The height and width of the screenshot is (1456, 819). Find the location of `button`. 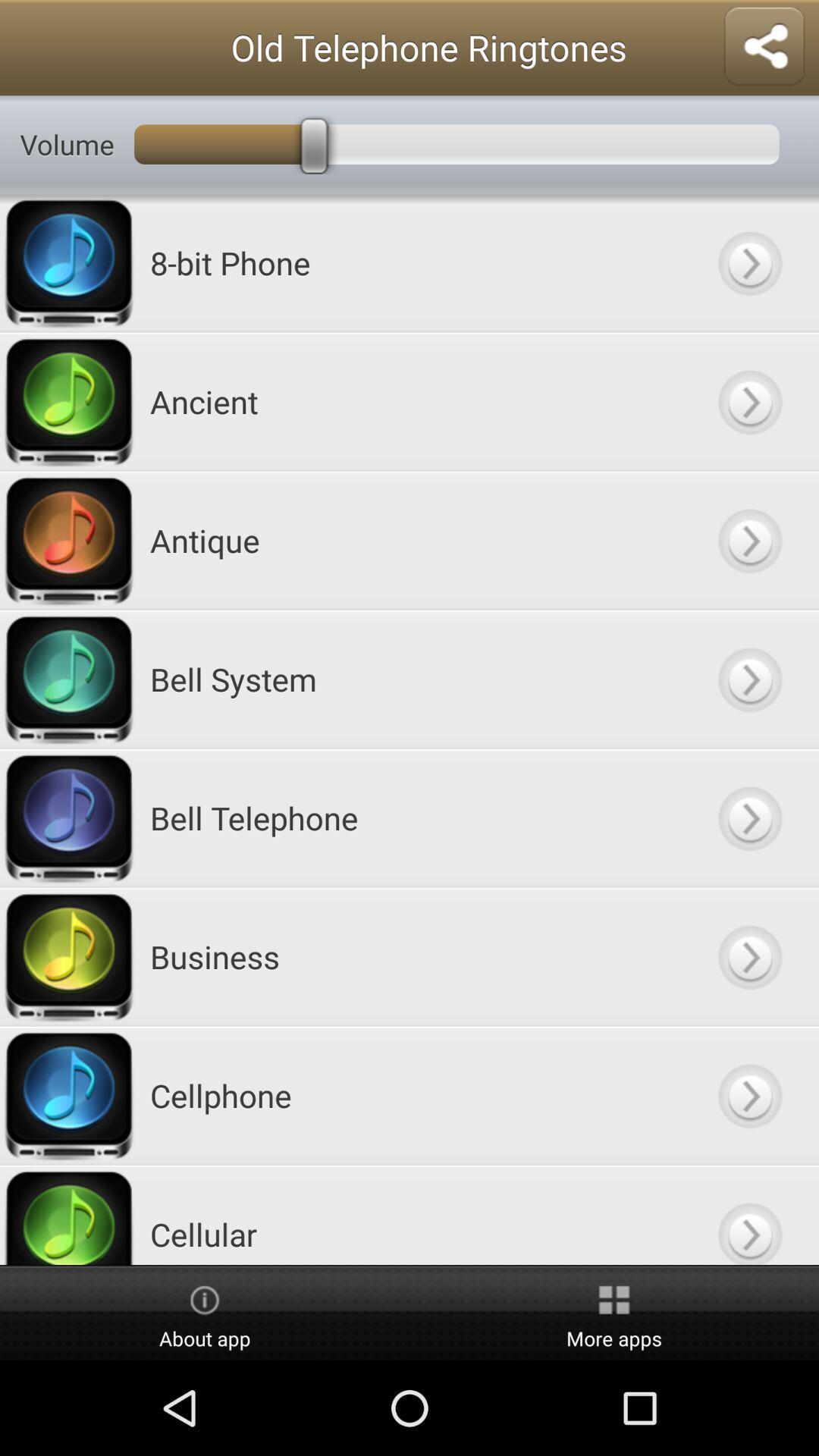

button is located at coordinates (748, 817).